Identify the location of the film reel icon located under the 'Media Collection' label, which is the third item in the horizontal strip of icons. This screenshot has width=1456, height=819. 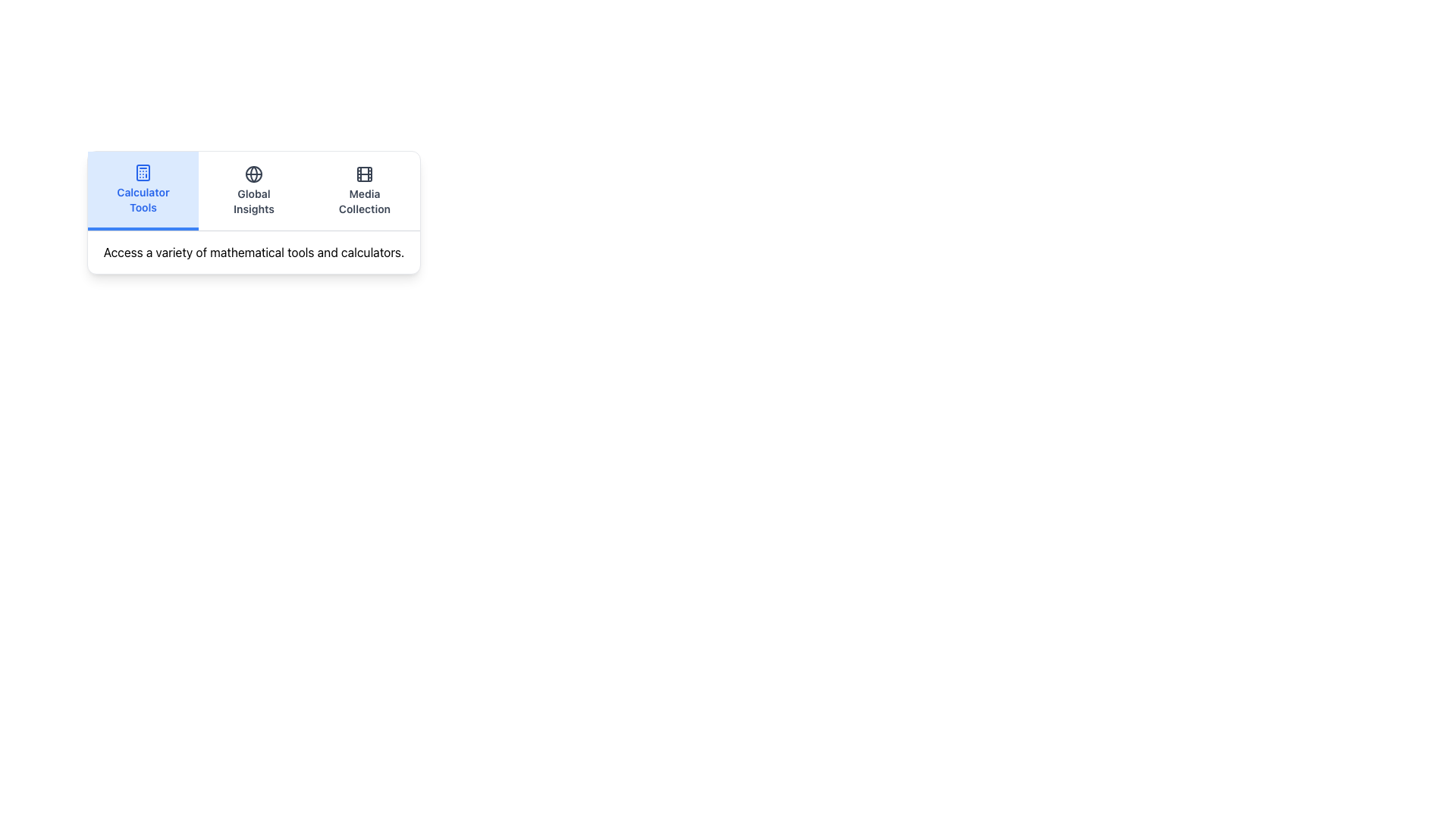
(364, 174).